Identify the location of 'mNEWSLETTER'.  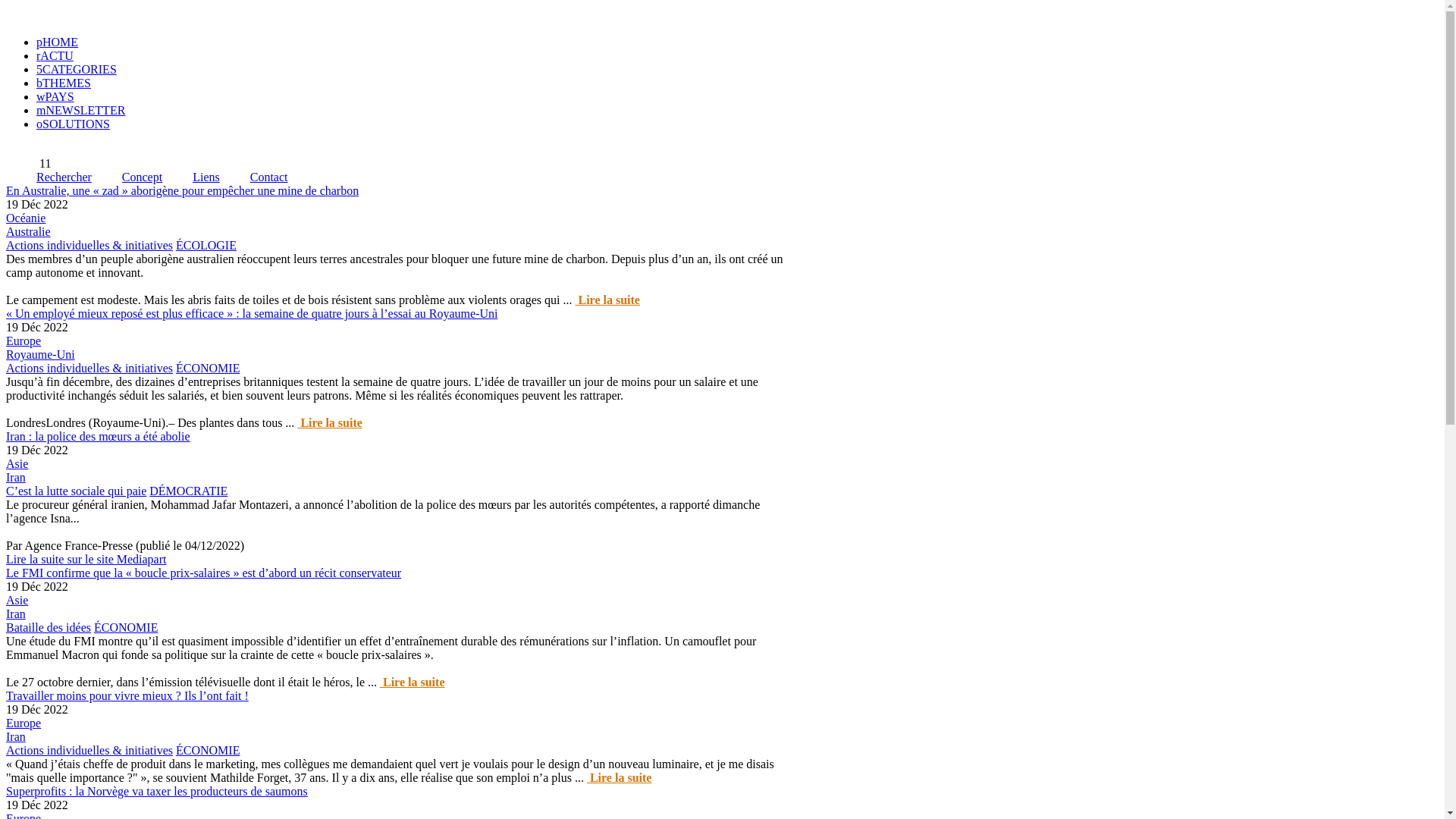
(80, 109).